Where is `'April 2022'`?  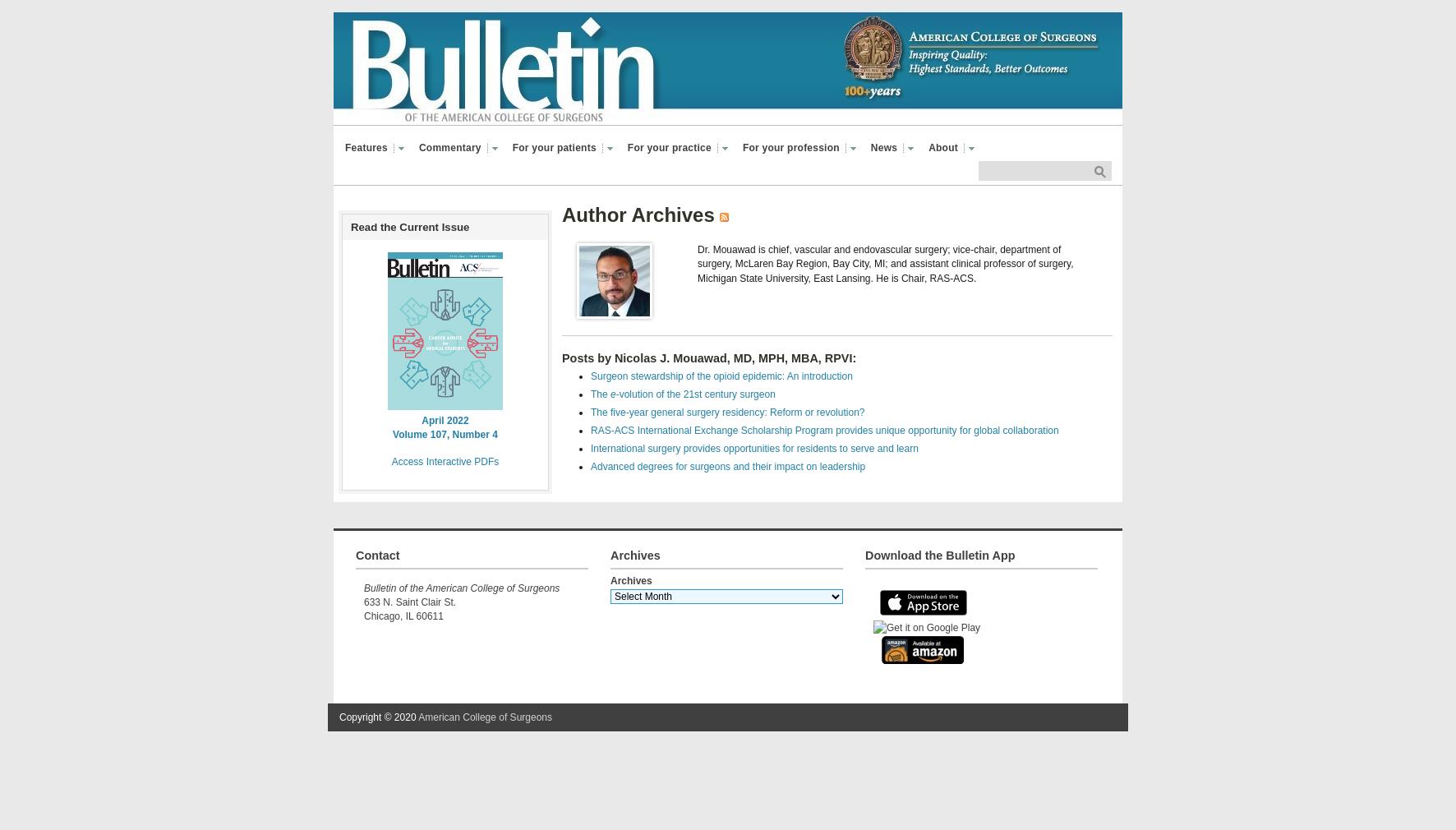 'April 2022' is located at coordinates (444, 418).